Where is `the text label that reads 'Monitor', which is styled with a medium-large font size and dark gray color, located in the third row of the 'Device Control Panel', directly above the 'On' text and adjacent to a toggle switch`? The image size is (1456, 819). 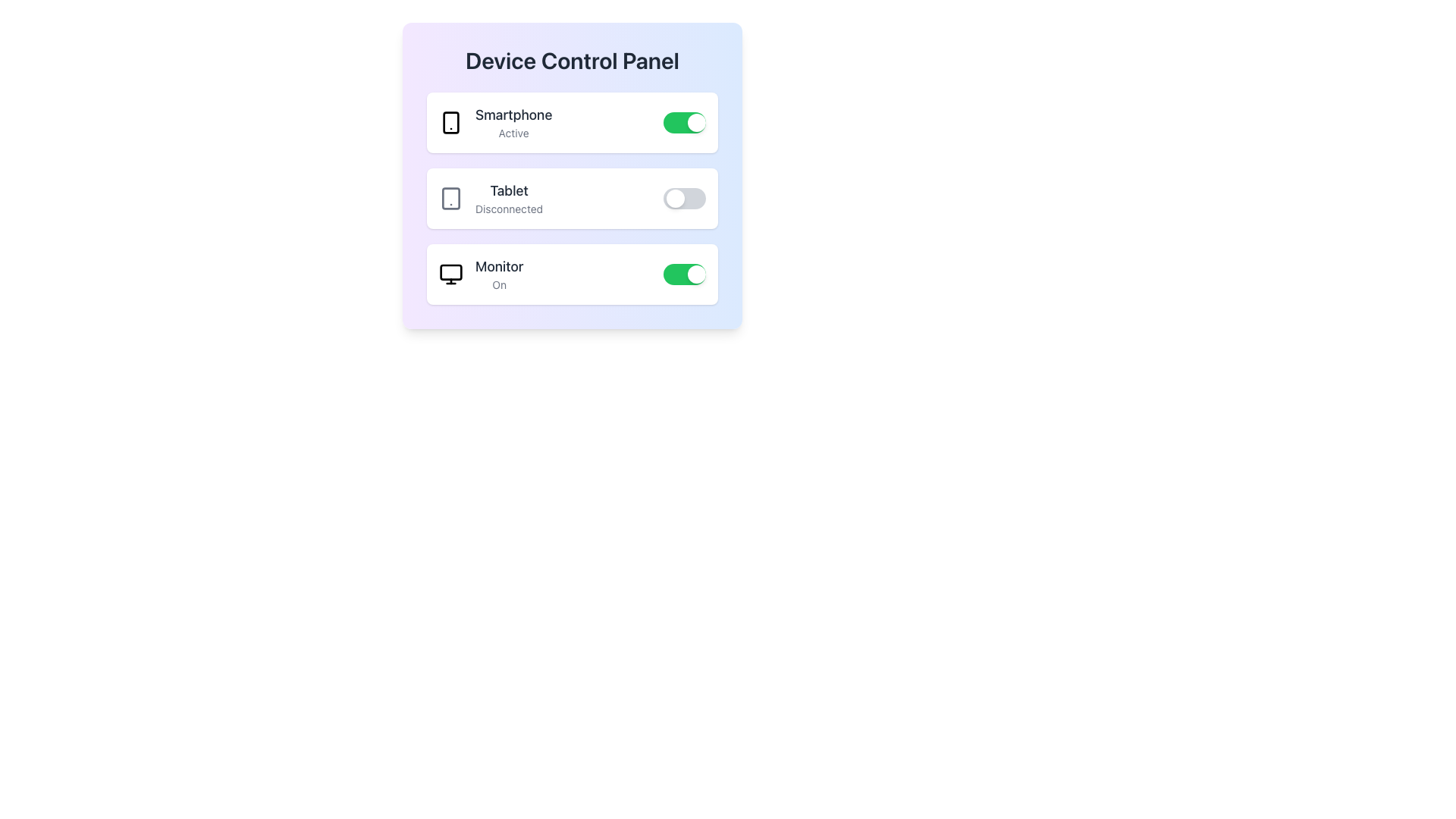
the text label that reads 'Monitor', which is styled with a medium-large font size and dark gray color, located in the third row of the 'Device Control Panel', directly above the 'On' text and adjacent to a toggle switch is located at coordinates (499, 265).